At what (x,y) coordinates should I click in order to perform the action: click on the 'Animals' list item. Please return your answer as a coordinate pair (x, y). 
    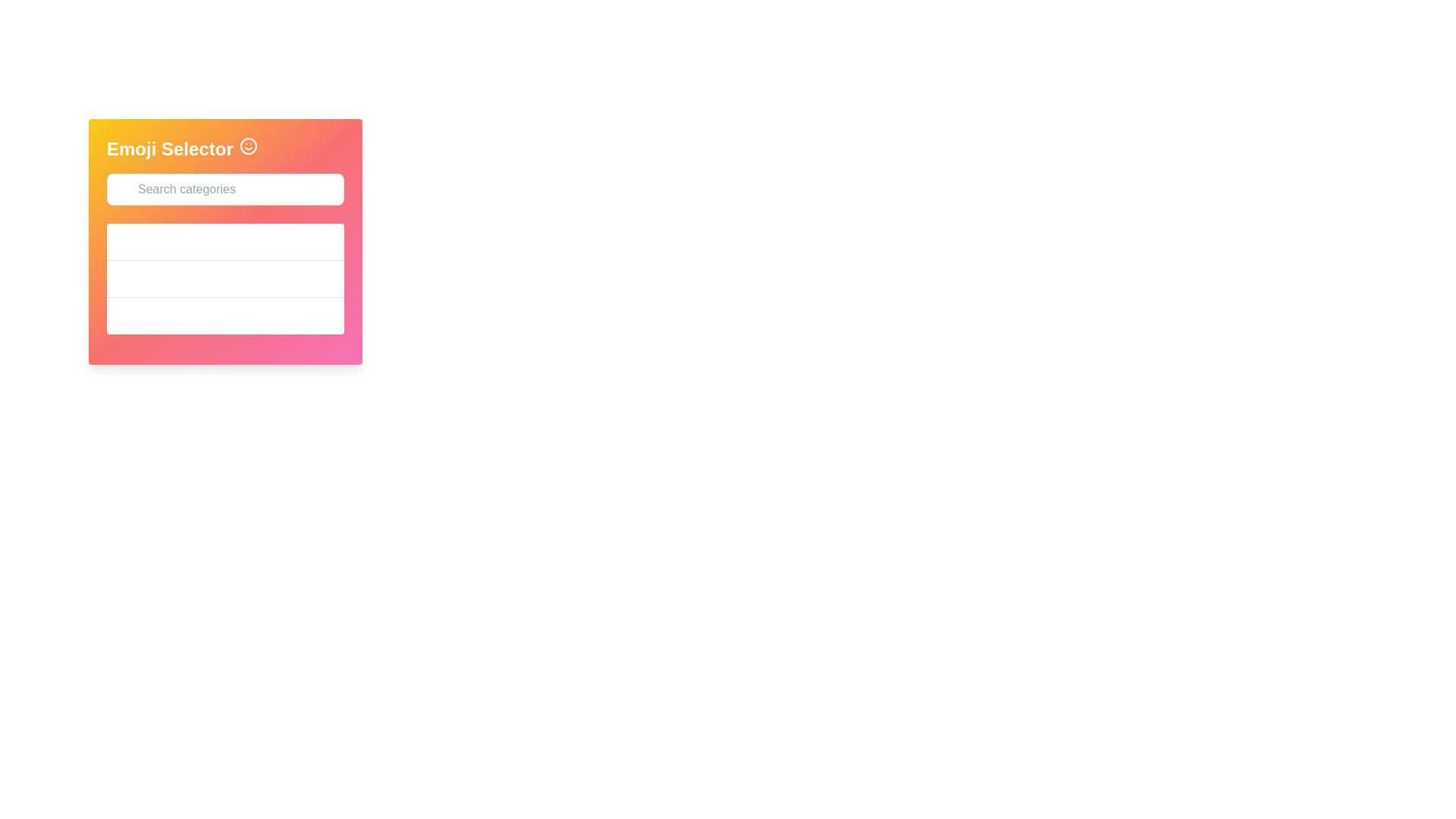
    Looking at the image, I should click on (224, 278).